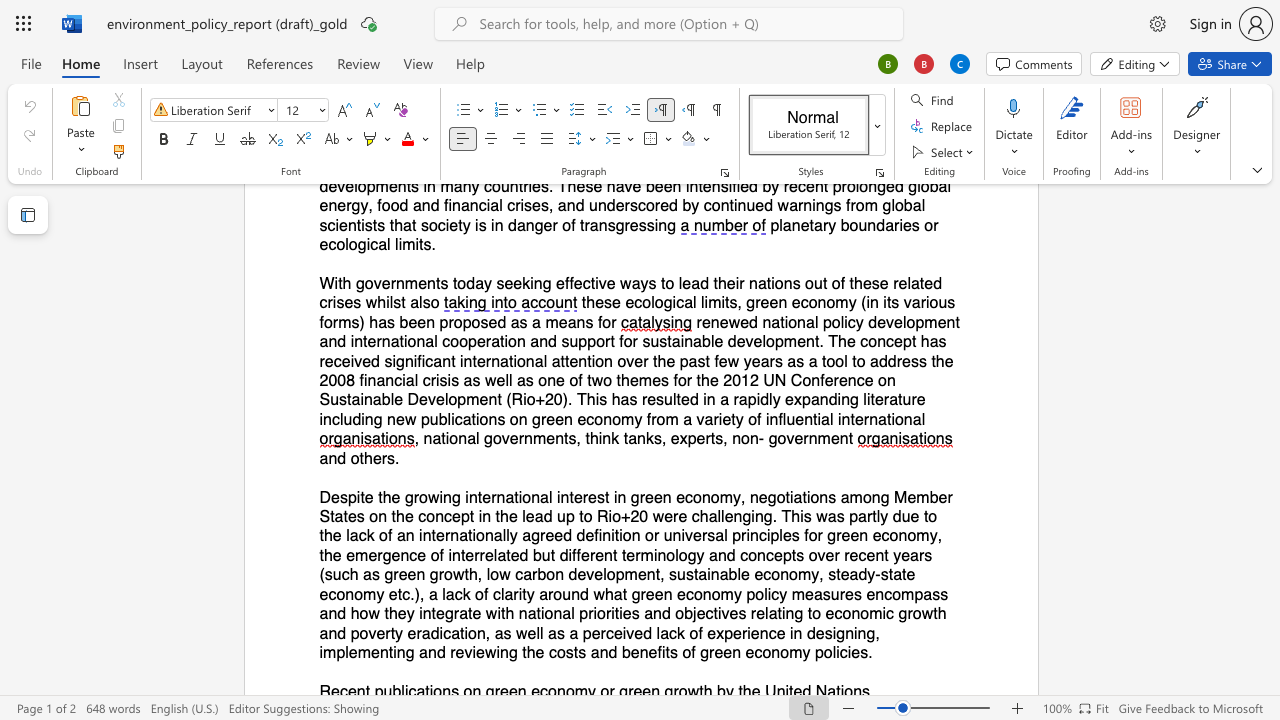  Describe the element at coordinates (377, 458) in the screenshot. I see `the 1th character "e" in the text` at that location.